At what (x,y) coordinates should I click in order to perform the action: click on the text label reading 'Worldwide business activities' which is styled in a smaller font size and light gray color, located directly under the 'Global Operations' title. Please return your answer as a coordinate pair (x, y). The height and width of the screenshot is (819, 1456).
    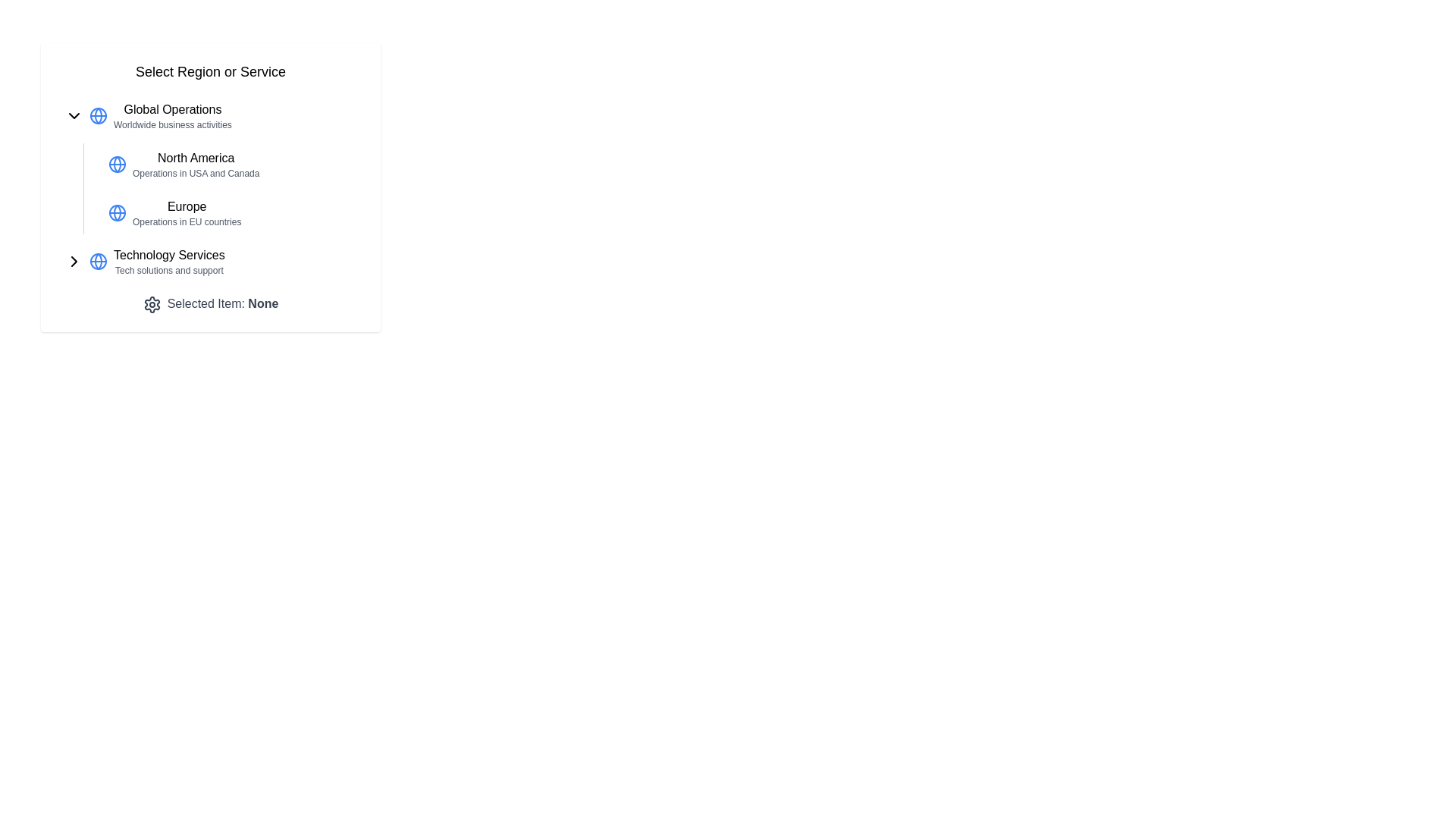
    Looking at the image, I should click on (172, 124).